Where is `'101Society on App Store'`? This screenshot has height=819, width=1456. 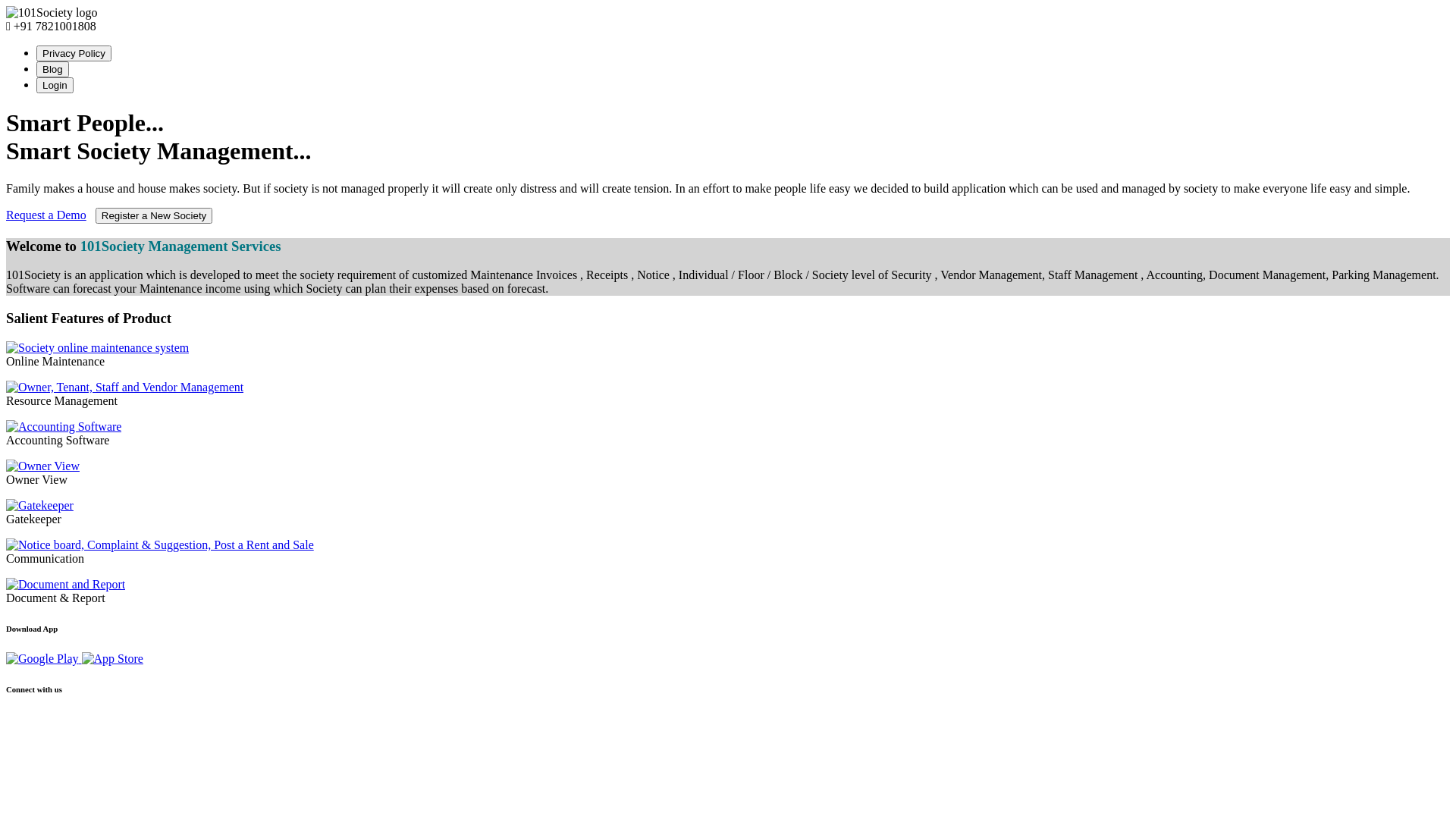
'101Society on App Store' is located at coordinates (111, 657).